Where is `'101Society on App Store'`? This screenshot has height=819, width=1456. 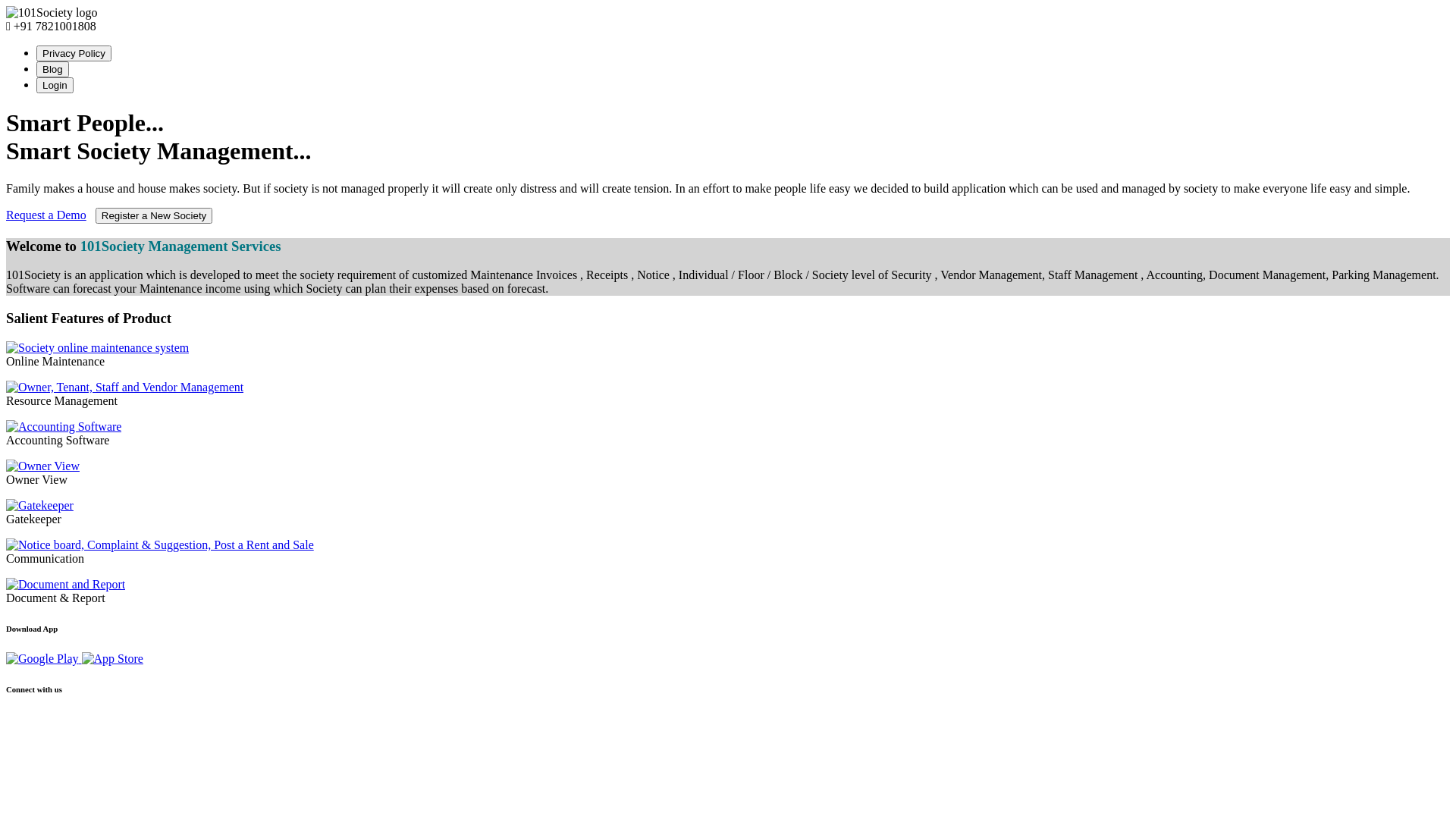
'101Society on App Store' is located at coordinates (111, 657).